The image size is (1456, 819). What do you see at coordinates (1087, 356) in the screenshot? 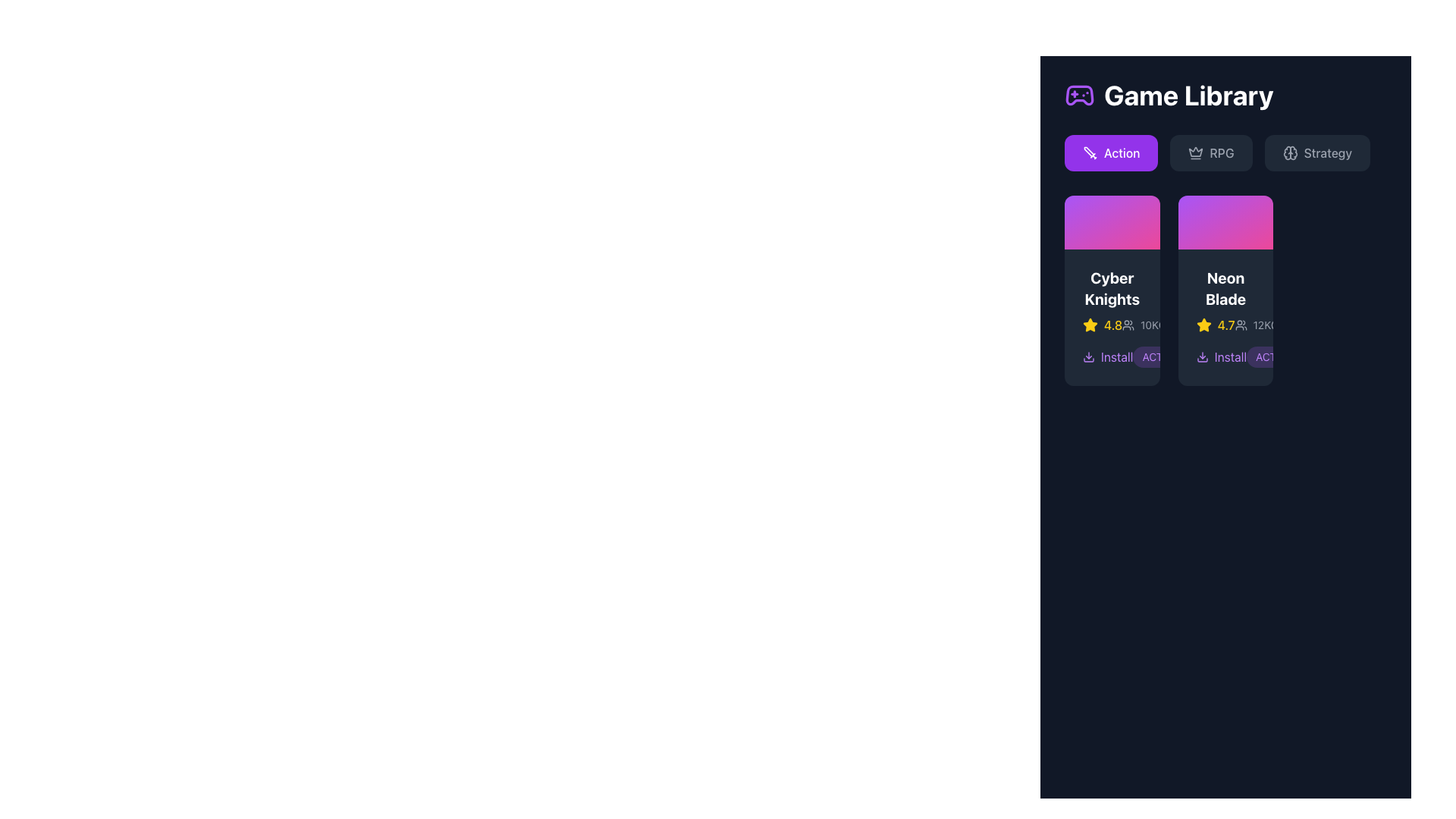
I see `the download icon located to the left of the 'Install' text in the lower-left part of the 'Neon Blade' card` at bounding box center [1087, 356].